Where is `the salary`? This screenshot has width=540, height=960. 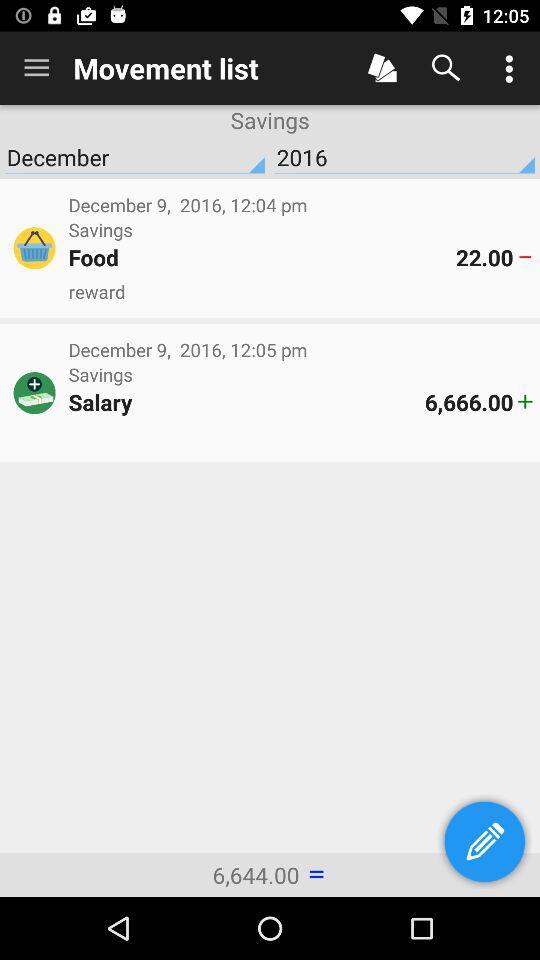 the salary is located at coordinates (246, 401).